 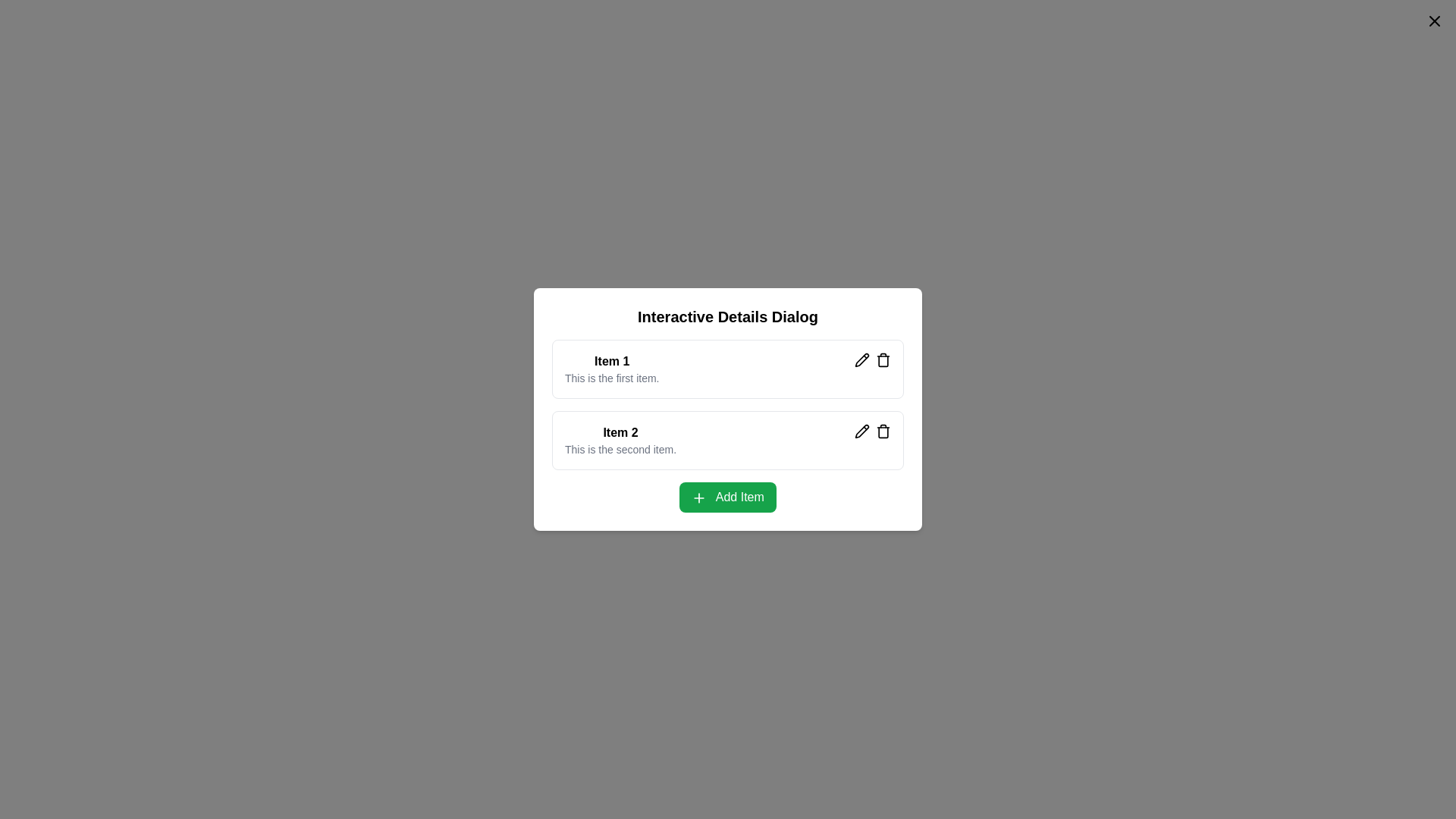 What do you see at coordinates (620, 441) in the screenshot?
I see `the informational text block that contains the phrases 'Item 2' in bold black text and 'This is the second item.' in light gray font, positioned in a centered modal dialog as the second item in a stacked list` at bounding box center [620, 441].